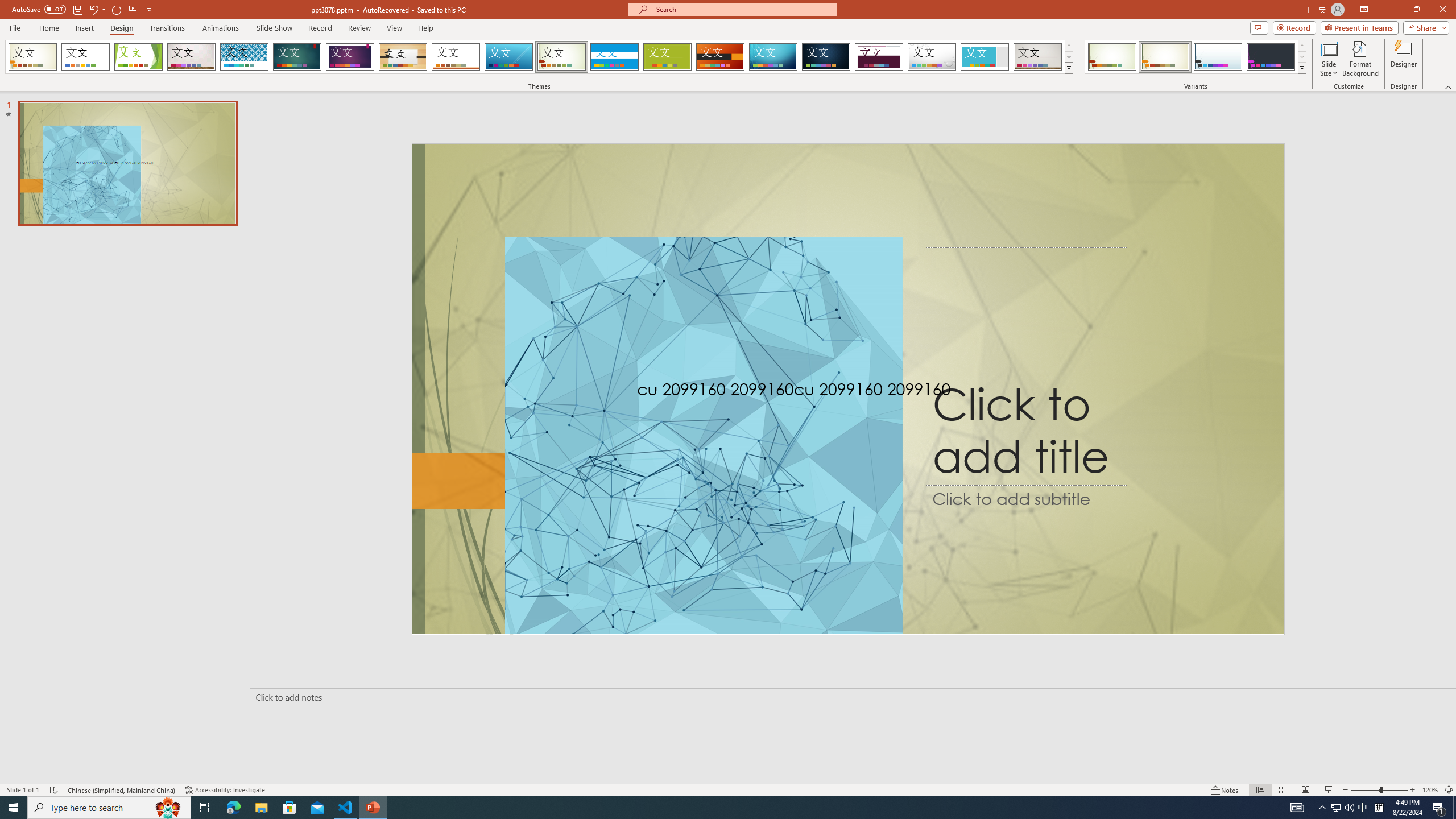 The width and height of the screenshot is (1456, 819). What do you see at coordinates (614, 56) in the screenshot?
I see `'Banded Loading Preview...'` at bounding box center [614, 56].